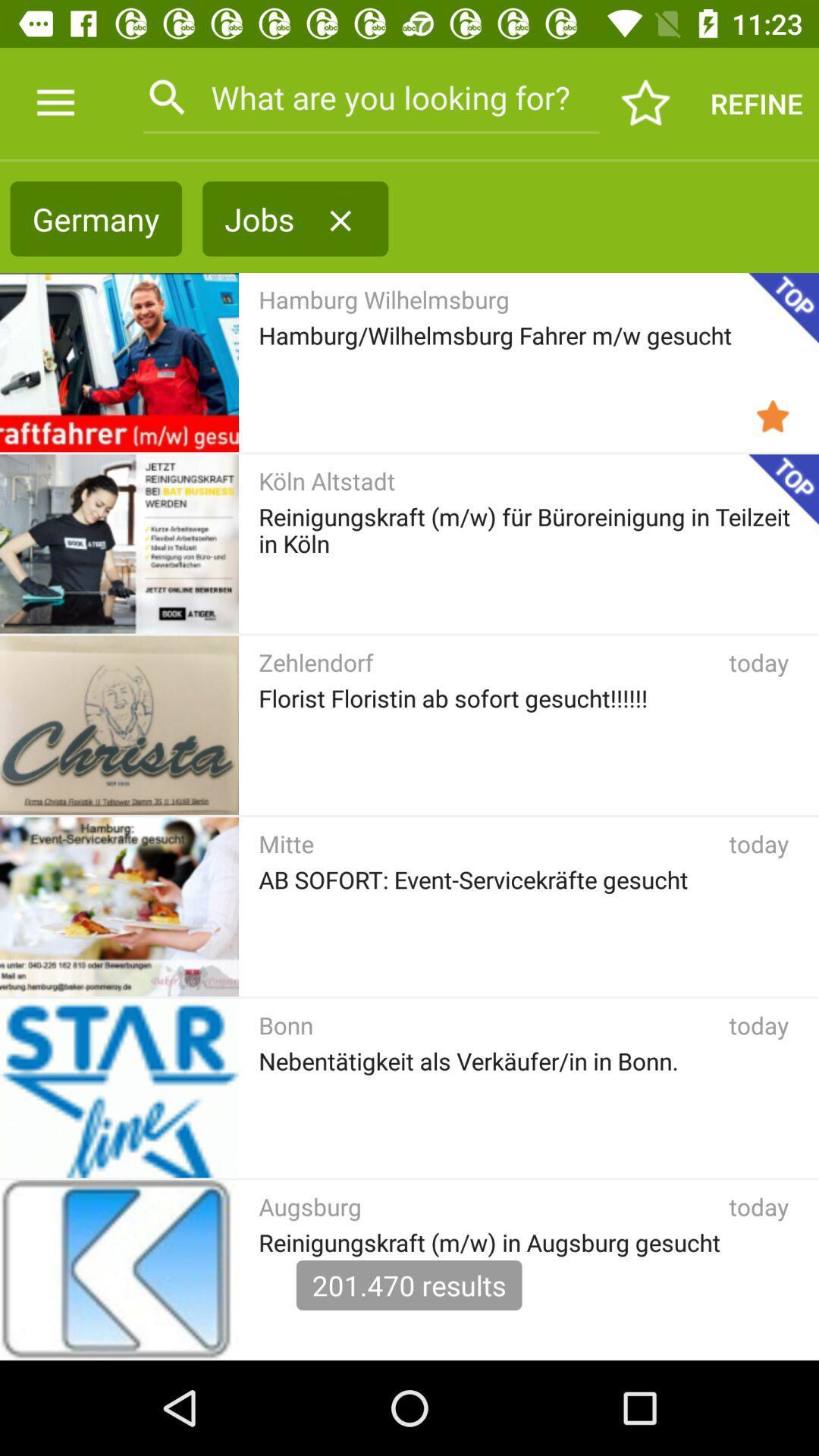 Image resolution: width=819 pixels, height=1456 pixels. What do you see at coordinates (371, 96) in the screenshot?
I see `what are you item` at bounding box center [371, 96].